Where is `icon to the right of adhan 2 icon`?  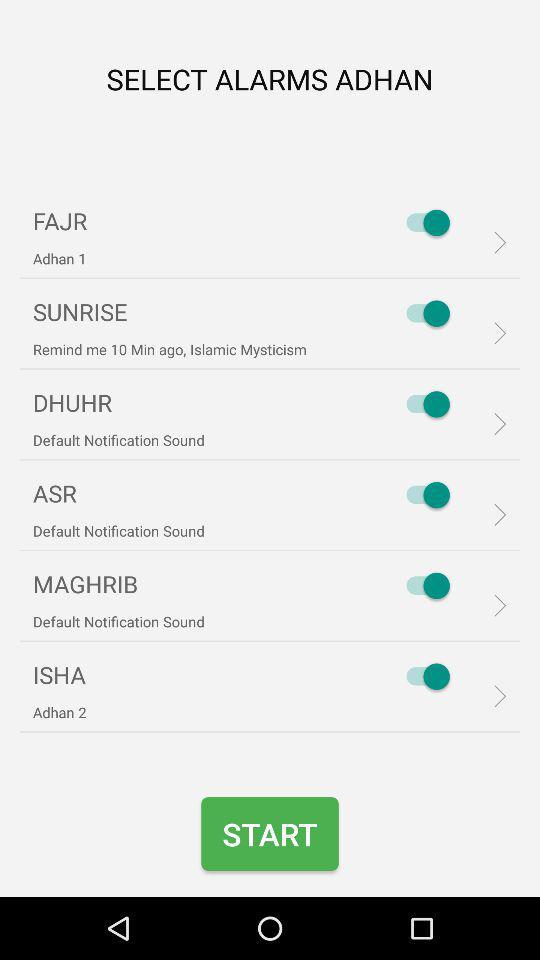
icon to the right of adhan 2 icon is located at coordinates (422, 676).